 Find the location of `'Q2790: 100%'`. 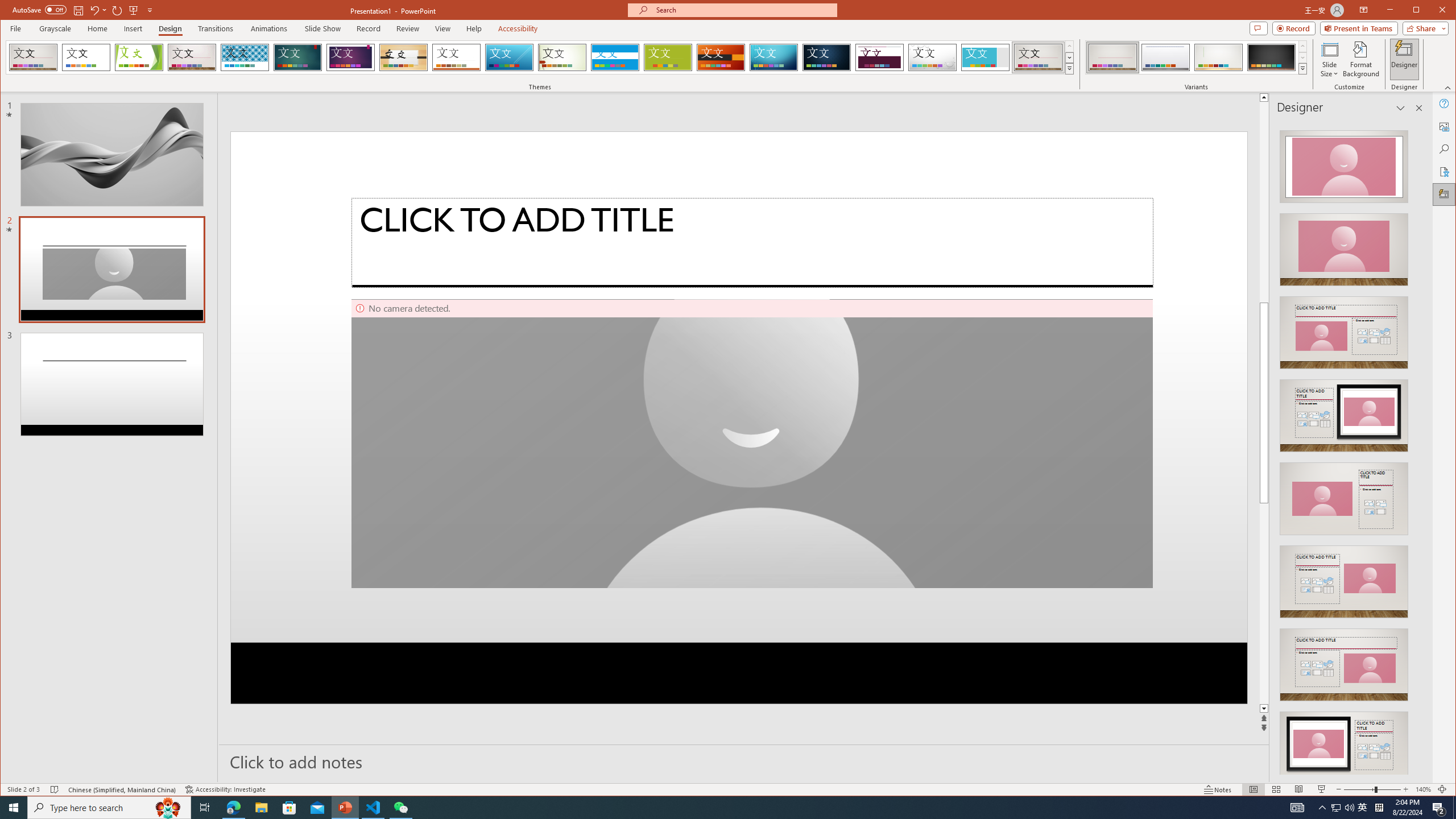

'Q2790: 100%' is located at coordinates (1349, 806).